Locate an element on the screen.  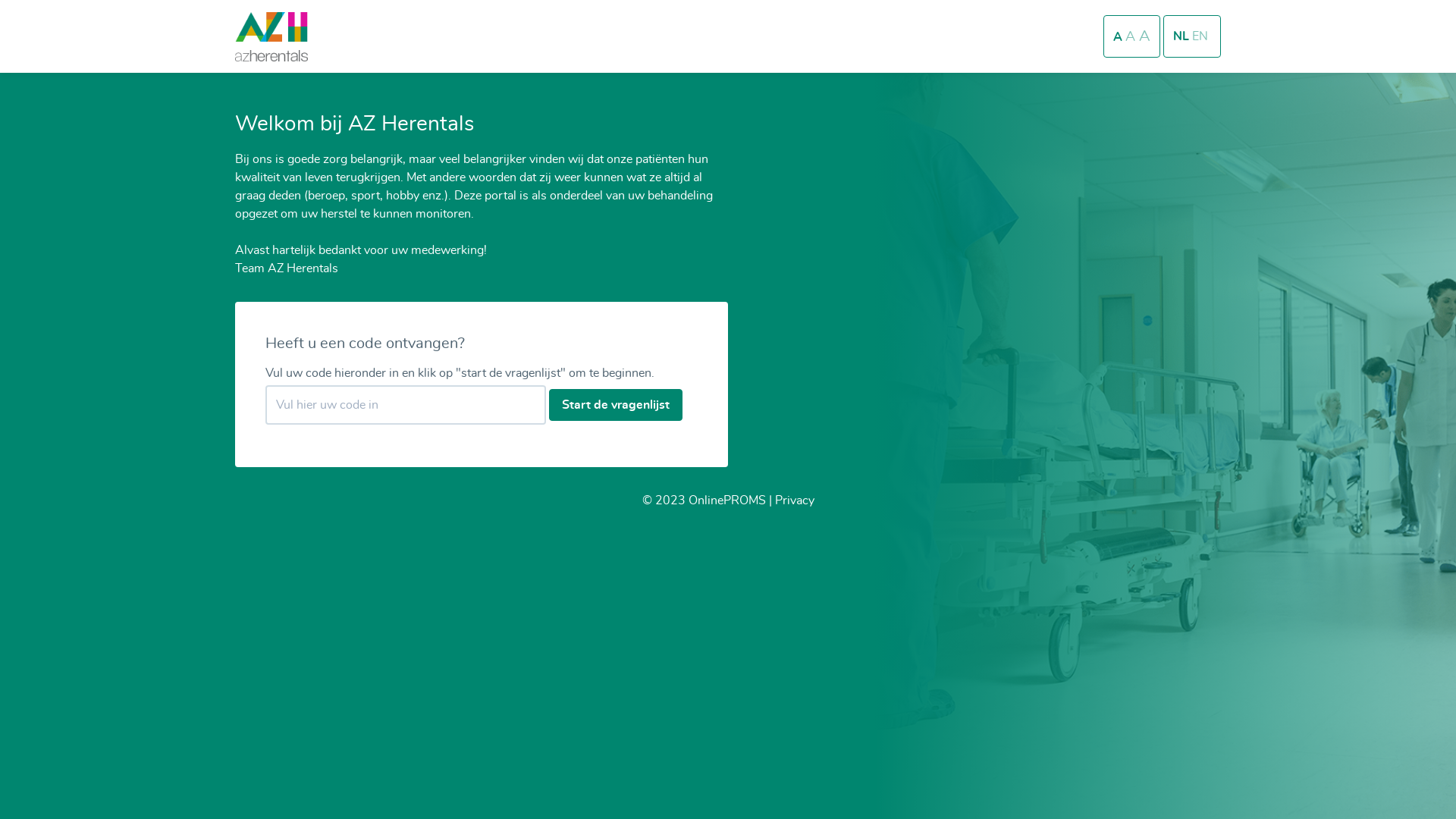
'A' is located at coordinates (1131, 36).